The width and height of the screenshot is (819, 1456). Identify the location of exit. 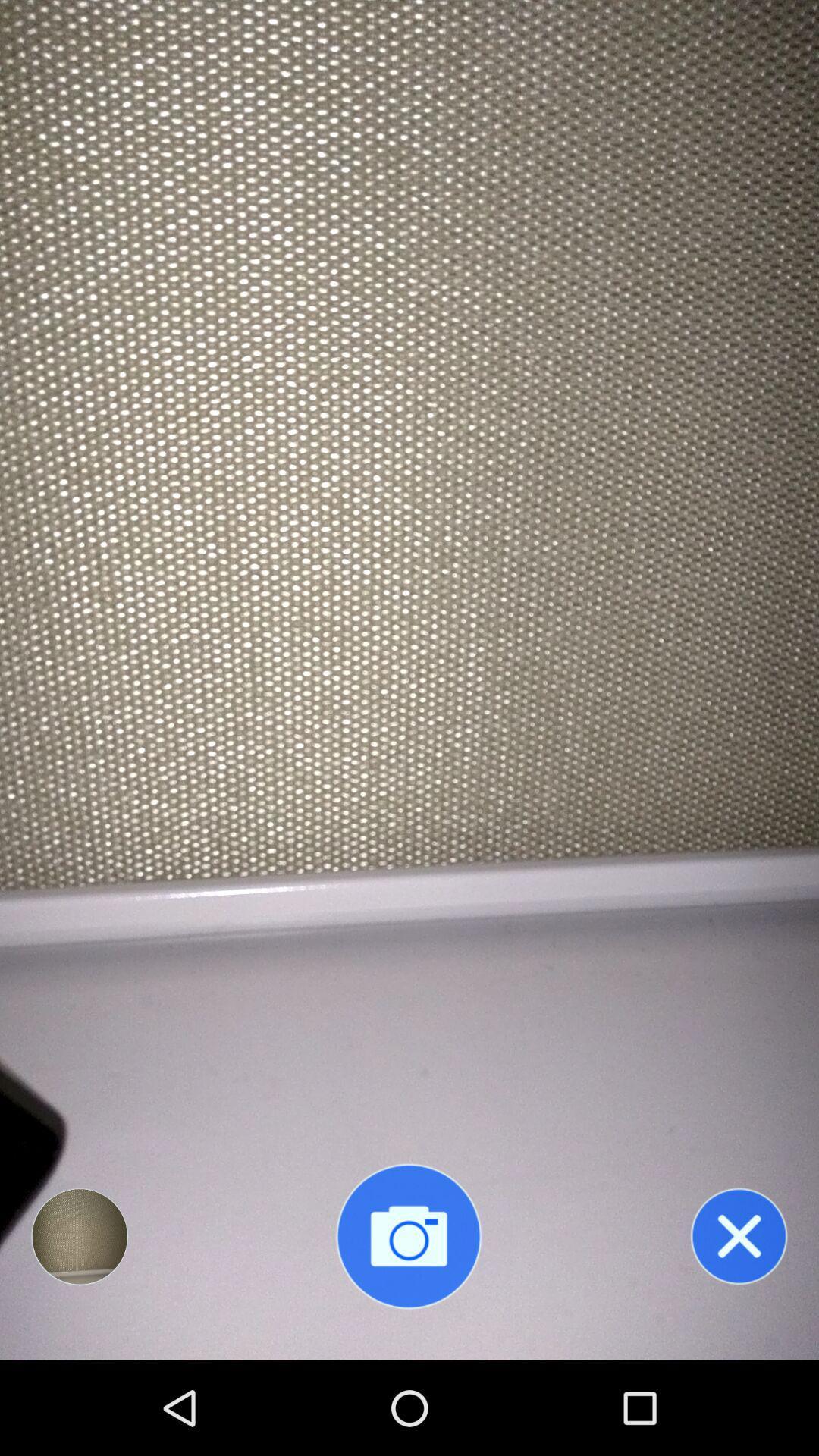
(738, 1236).